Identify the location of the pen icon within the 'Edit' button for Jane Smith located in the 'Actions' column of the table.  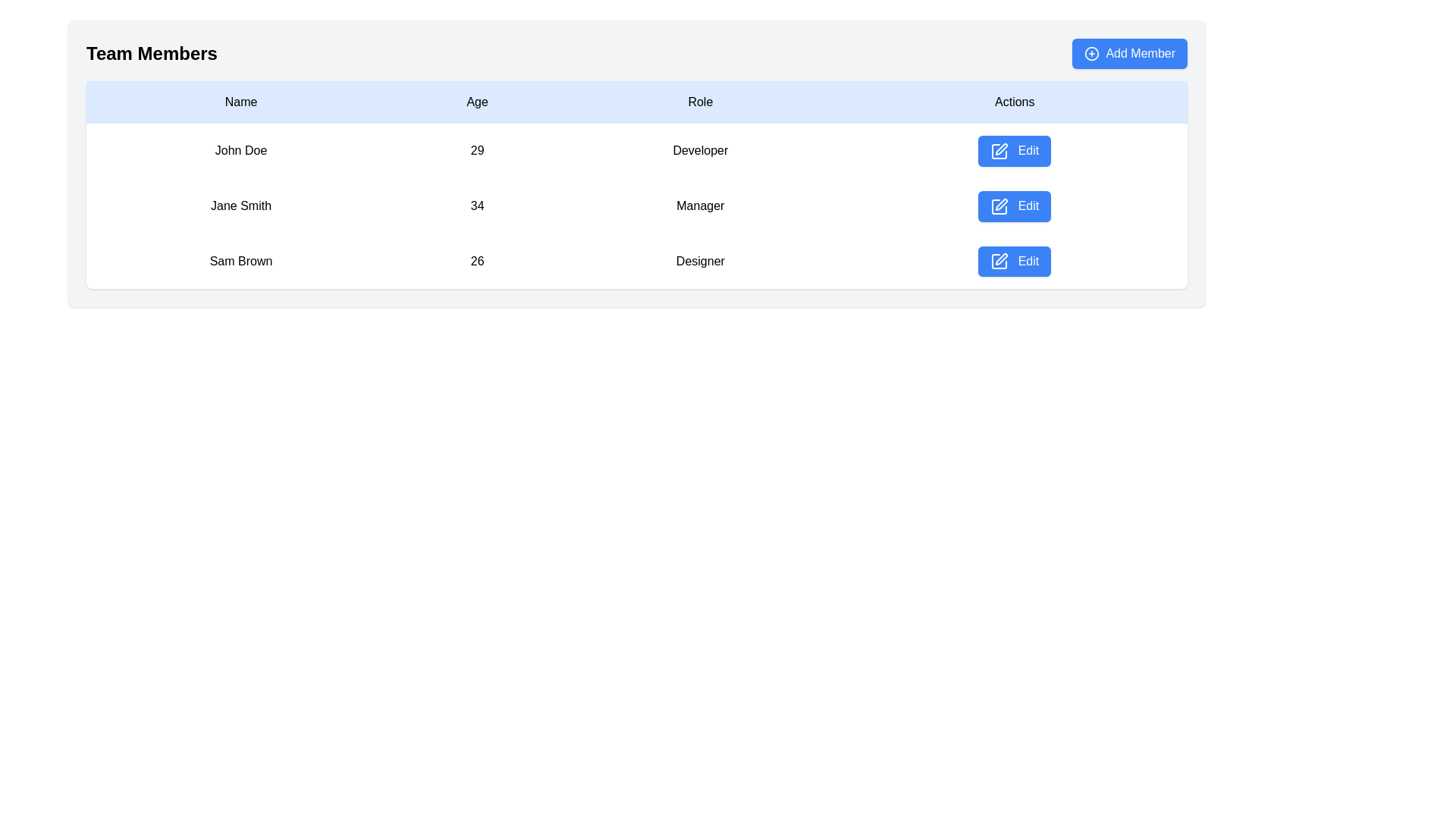
(1002, 203).